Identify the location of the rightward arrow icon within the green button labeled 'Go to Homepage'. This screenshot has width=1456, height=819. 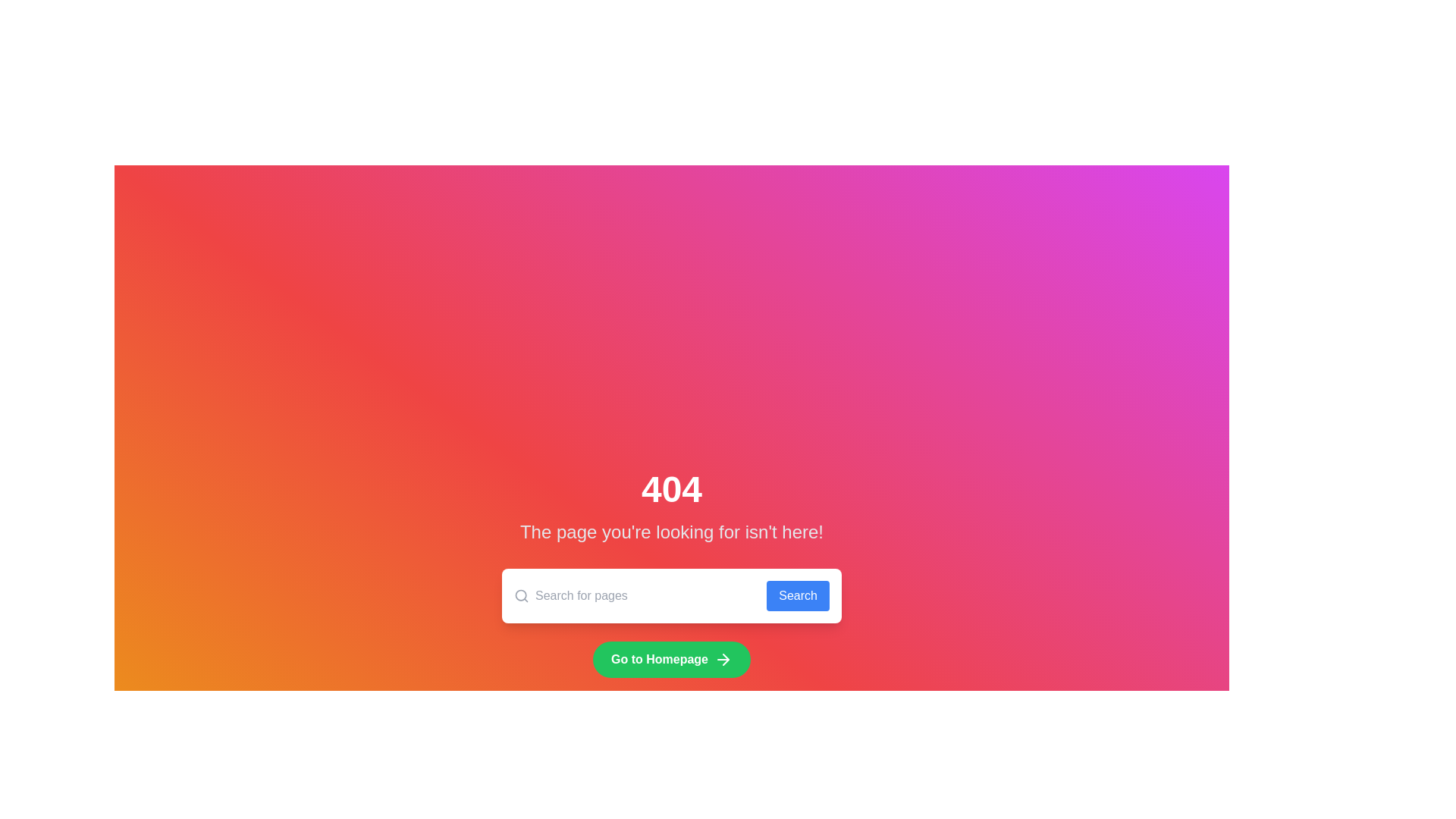
(725, 659).